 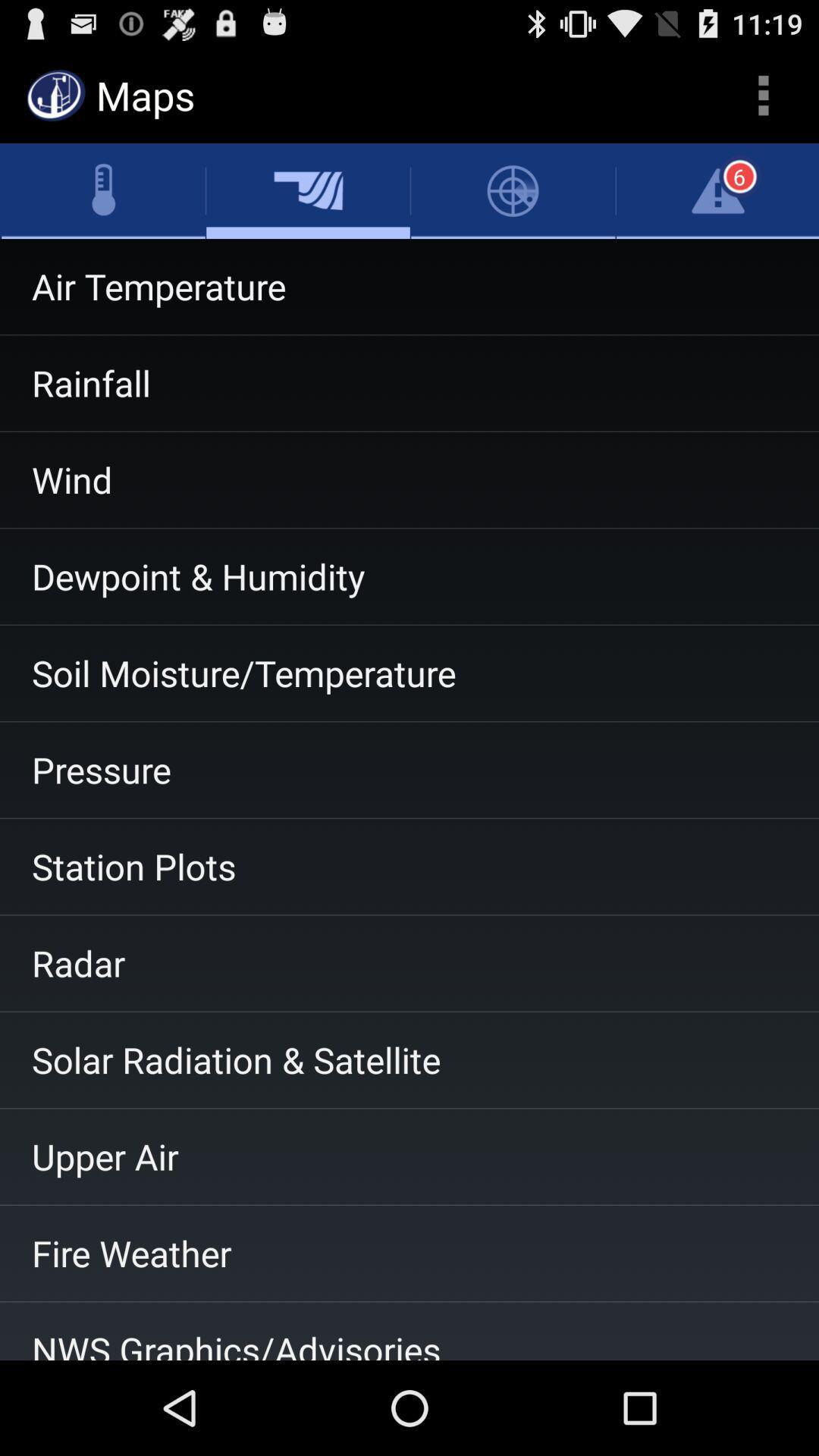 What do you see at coordinates (409, 962) in the screenshot?
I see `radar` at bounding box center [409, 962].